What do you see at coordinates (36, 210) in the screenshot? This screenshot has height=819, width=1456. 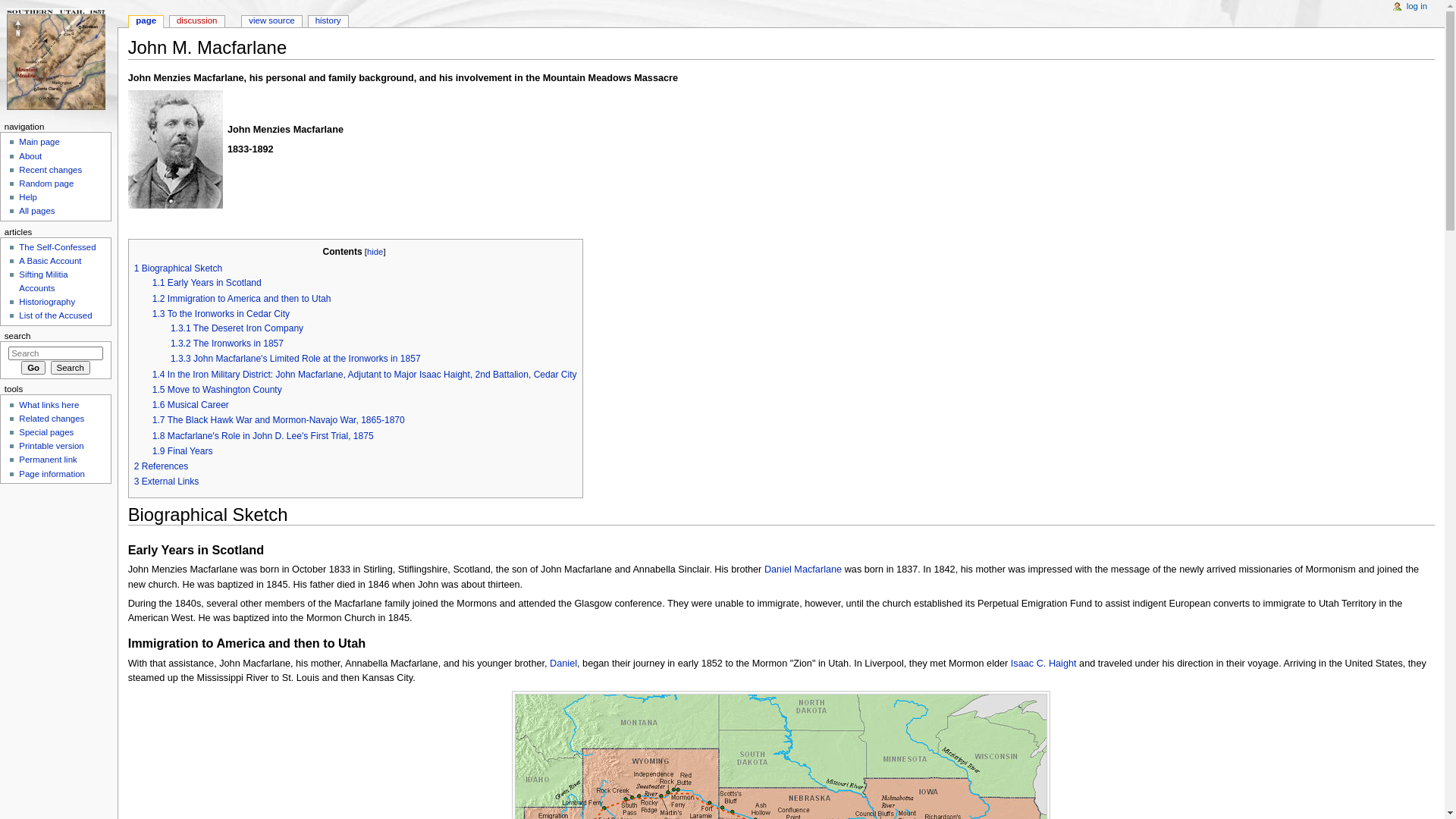 I see `'All pages'` at bounding box center [36, 210].